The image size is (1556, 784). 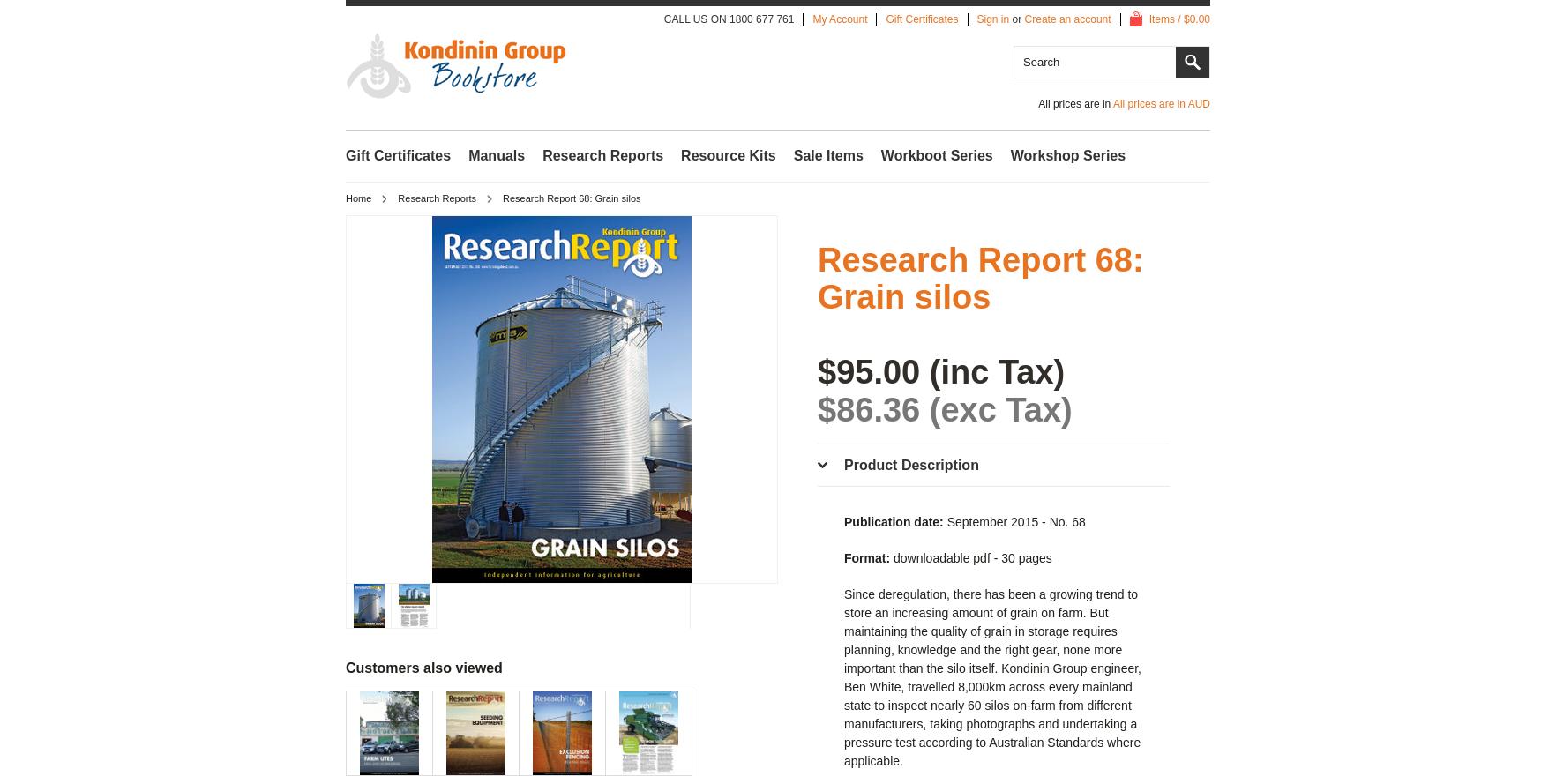 I want to click on 'Sign in', so click(x=992, y=19).